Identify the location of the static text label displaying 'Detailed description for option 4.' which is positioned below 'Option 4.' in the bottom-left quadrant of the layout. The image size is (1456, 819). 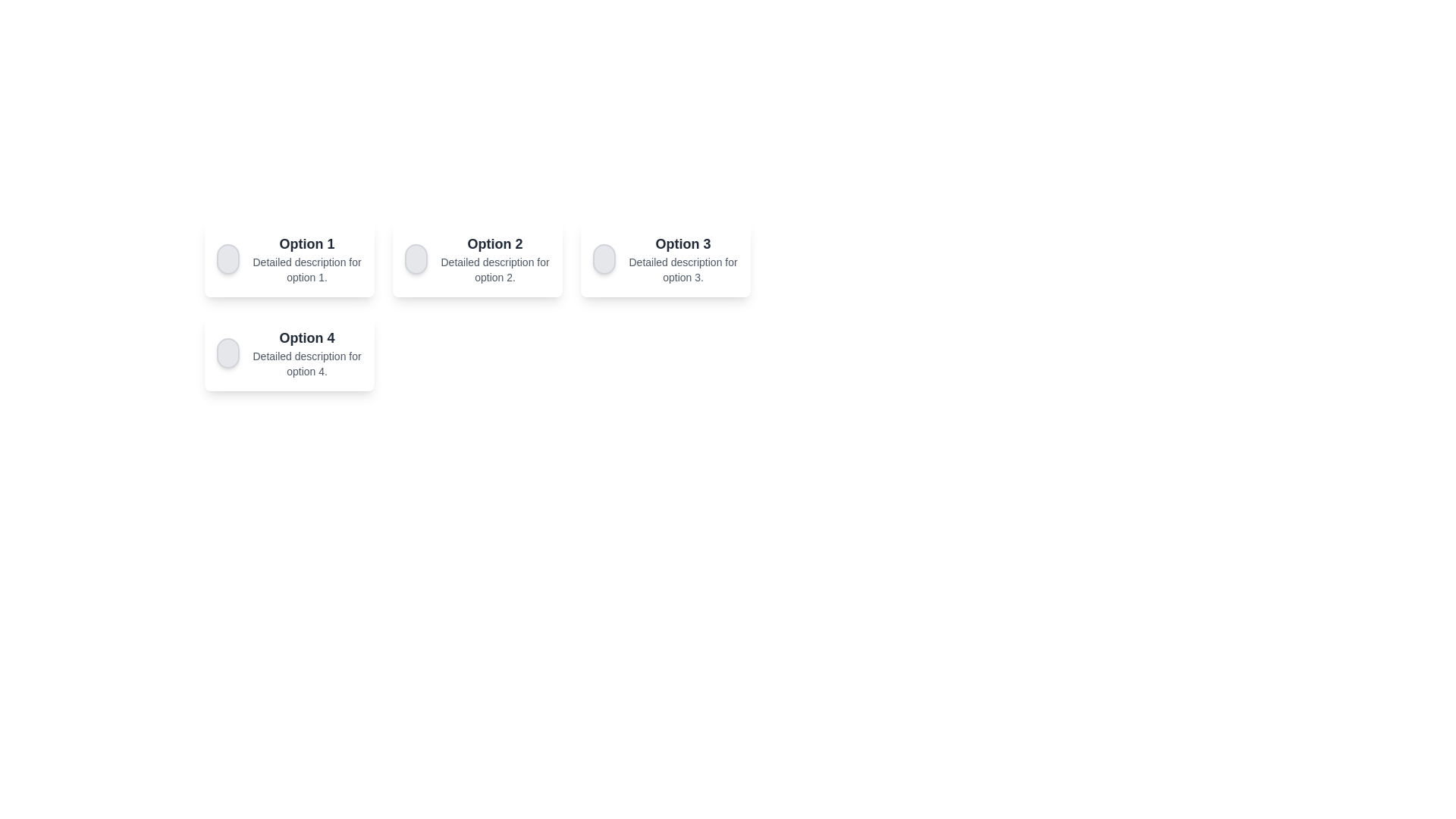
(306, 363).